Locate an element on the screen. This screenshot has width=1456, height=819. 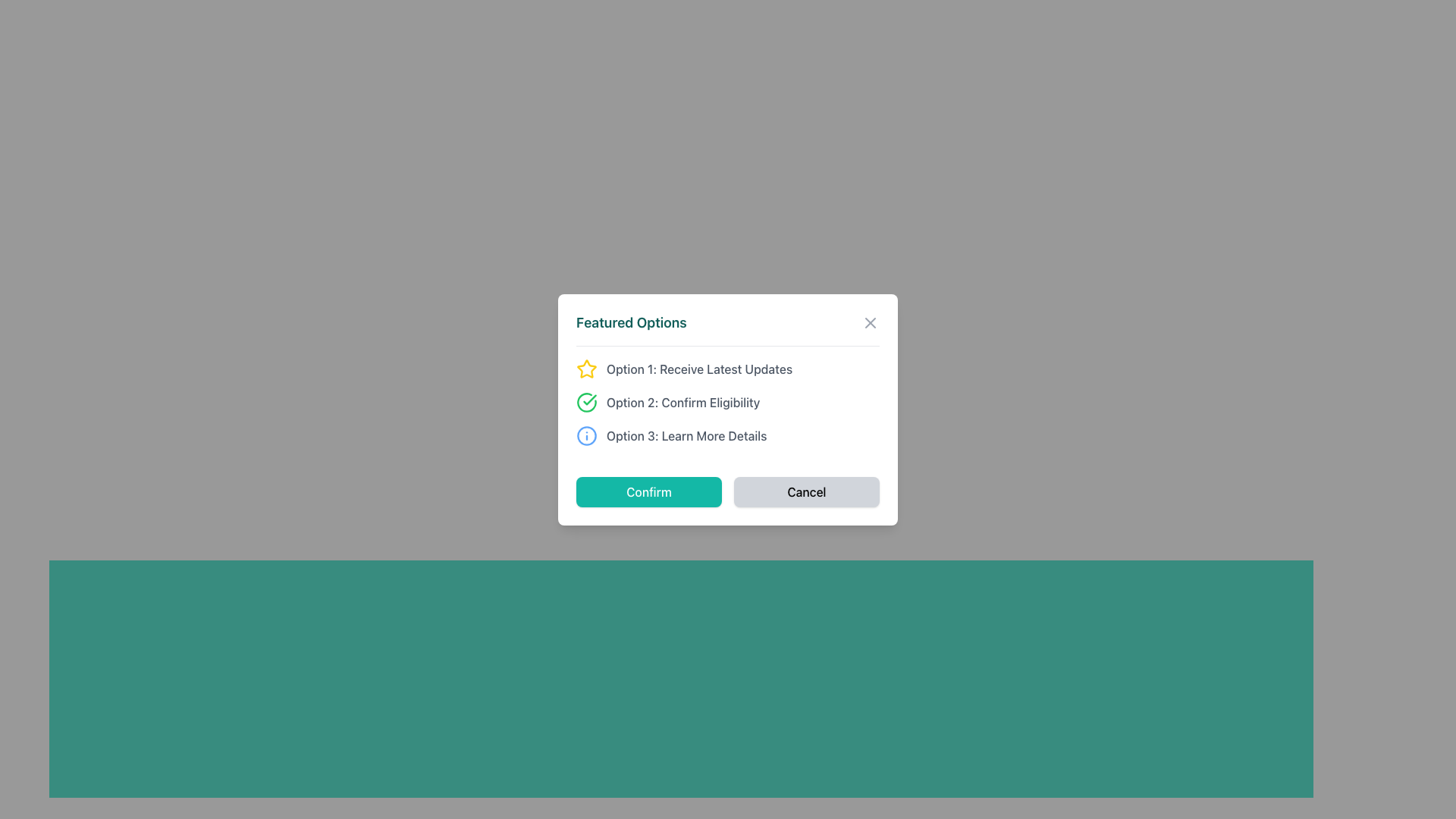
text from the modal dialog box titled 'Featured Options' which contains multiple options and buttons including 'Confirm' and 'Cancel' is located at coordinates (728, 409).